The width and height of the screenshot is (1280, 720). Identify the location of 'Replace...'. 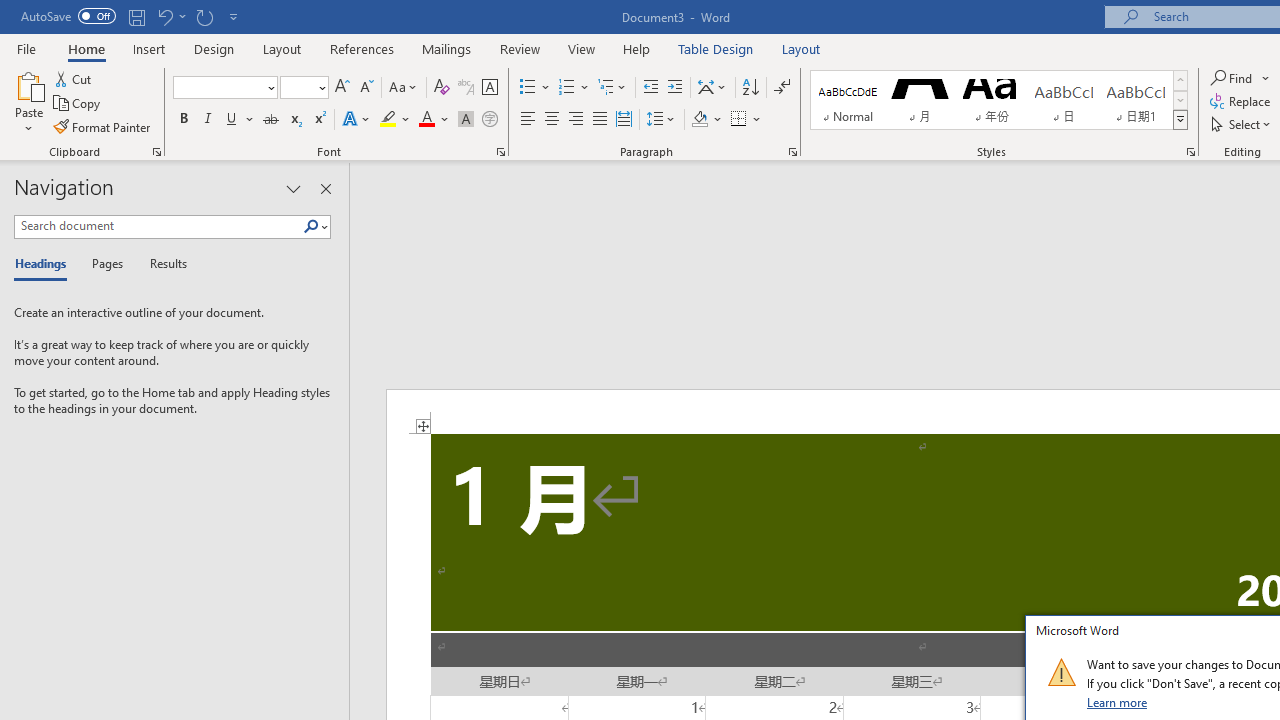
(1241, 101).